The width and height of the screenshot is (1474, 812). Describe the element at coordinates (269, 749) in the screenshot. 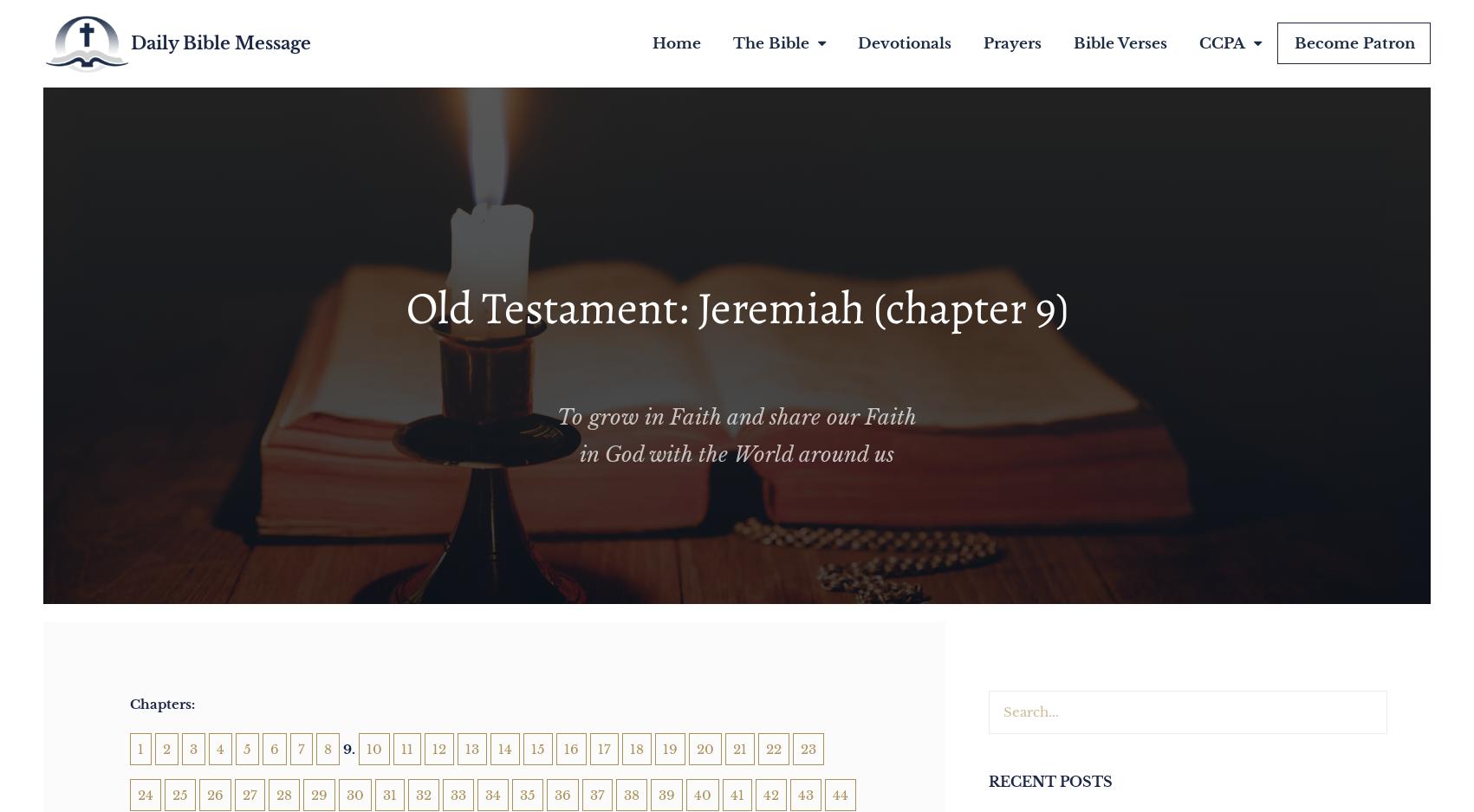

I see `'6'` at that location.